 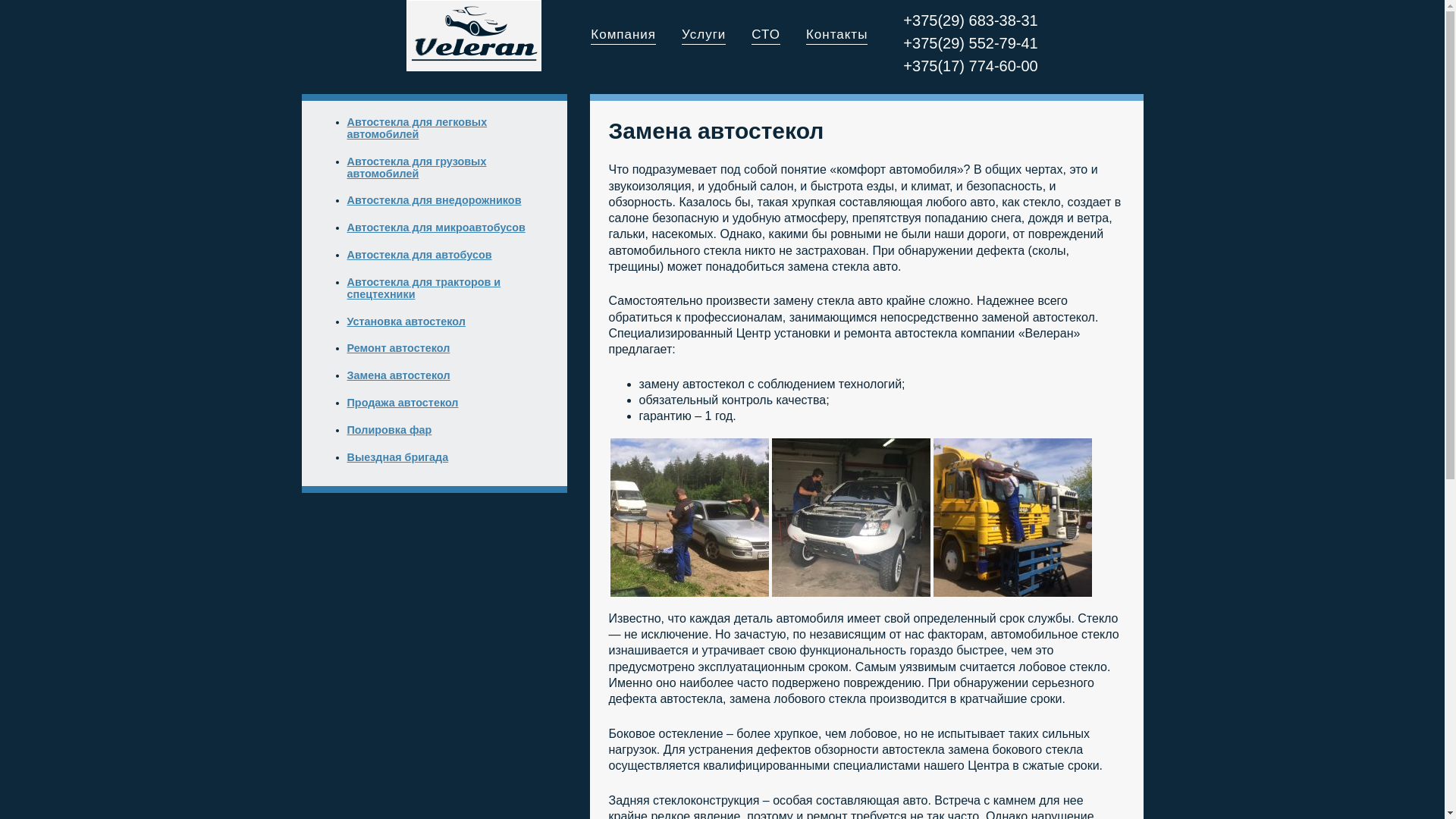 I want to click on '+375(17) 774-60-00', so click(x=969, y=65).